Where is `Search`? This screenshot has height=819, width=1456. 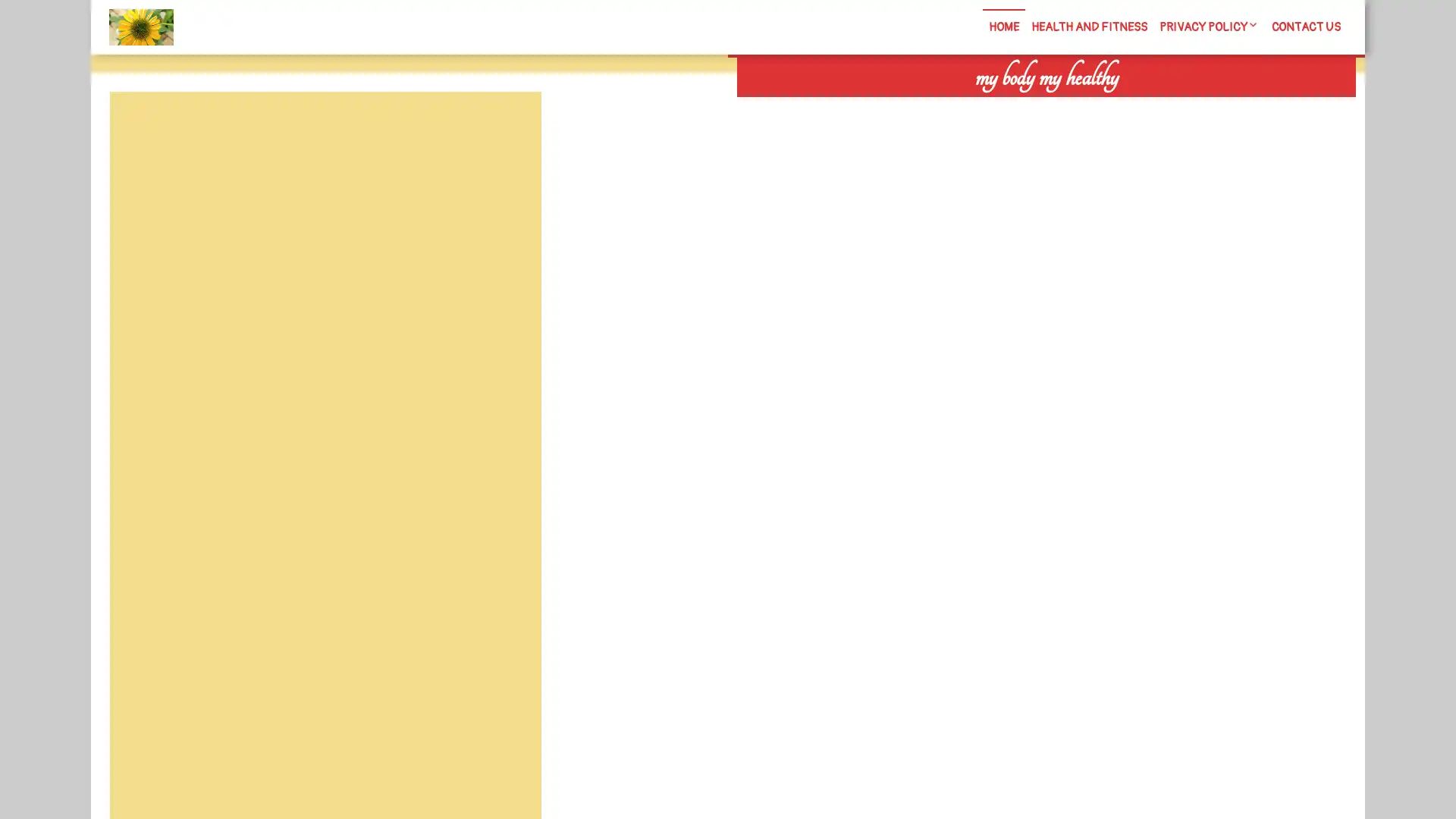
Search is located at coordinates (1181, 106).